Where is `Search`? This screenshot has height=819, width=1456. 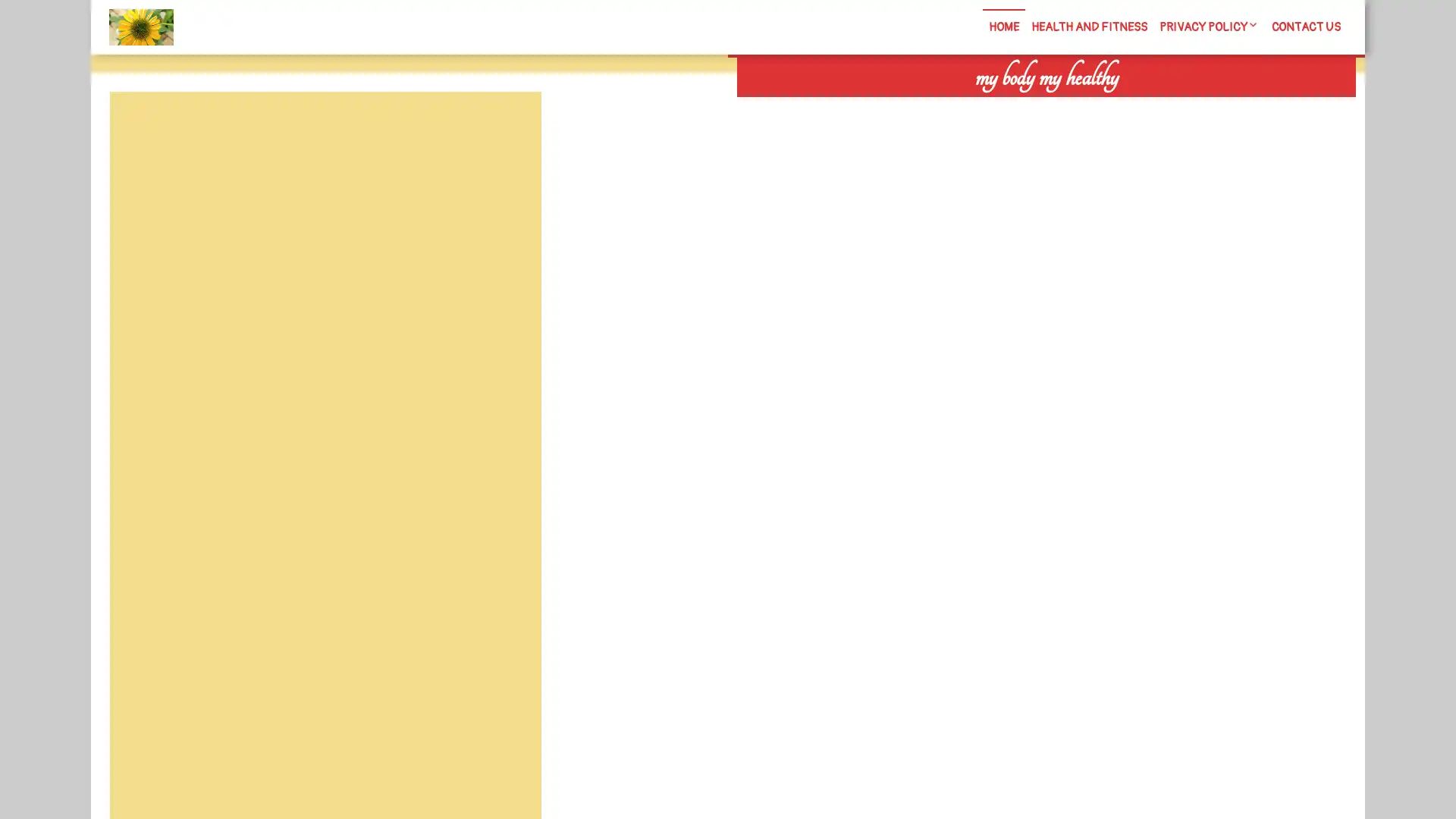
Search is located at coordinates (1181, 106).